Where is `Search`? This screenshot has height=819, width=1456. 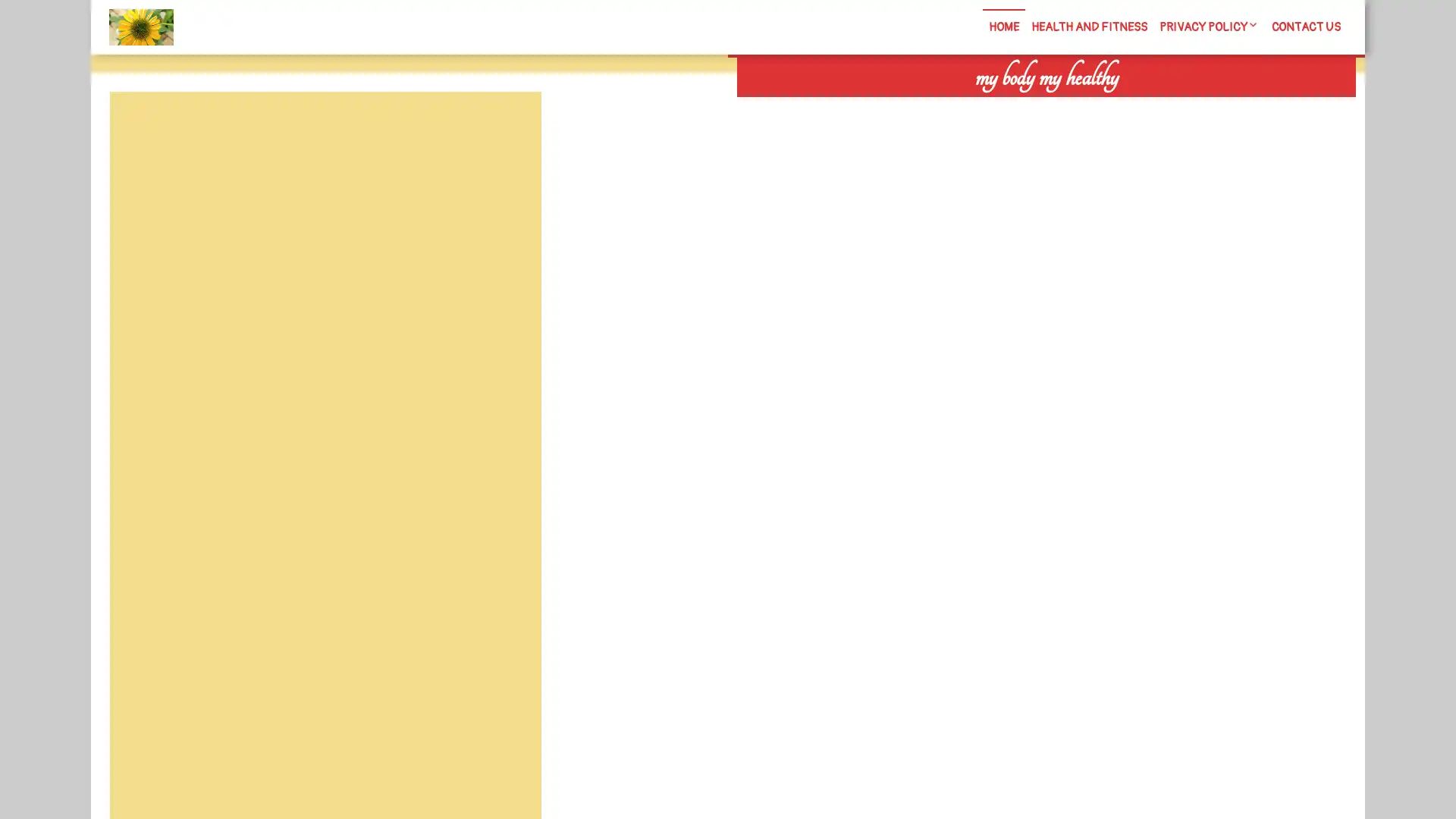
Search is located at coordinates (1181, 106).